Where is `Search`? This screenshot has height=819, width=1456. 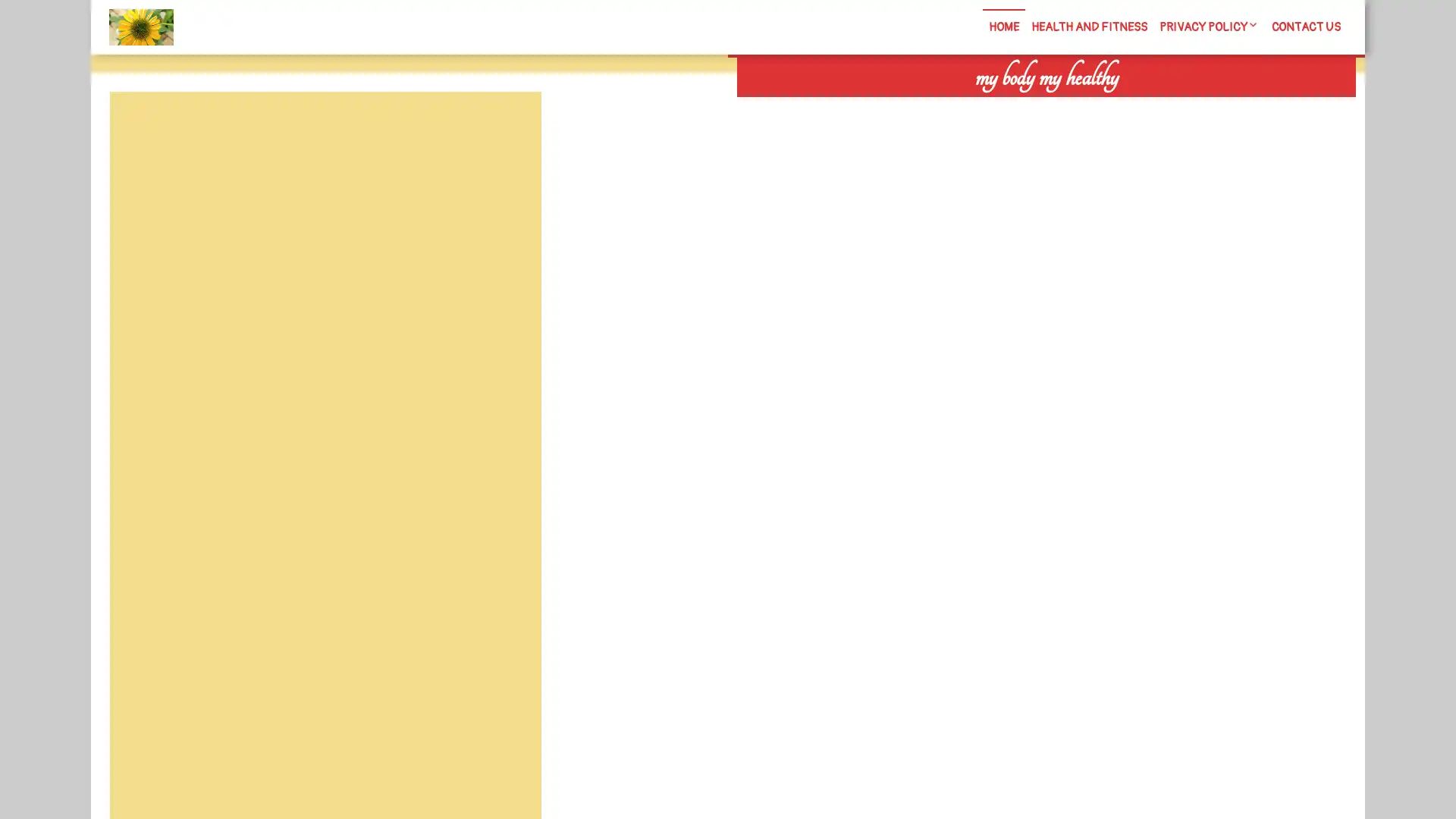
Search is located at coordinates (1181, 106).